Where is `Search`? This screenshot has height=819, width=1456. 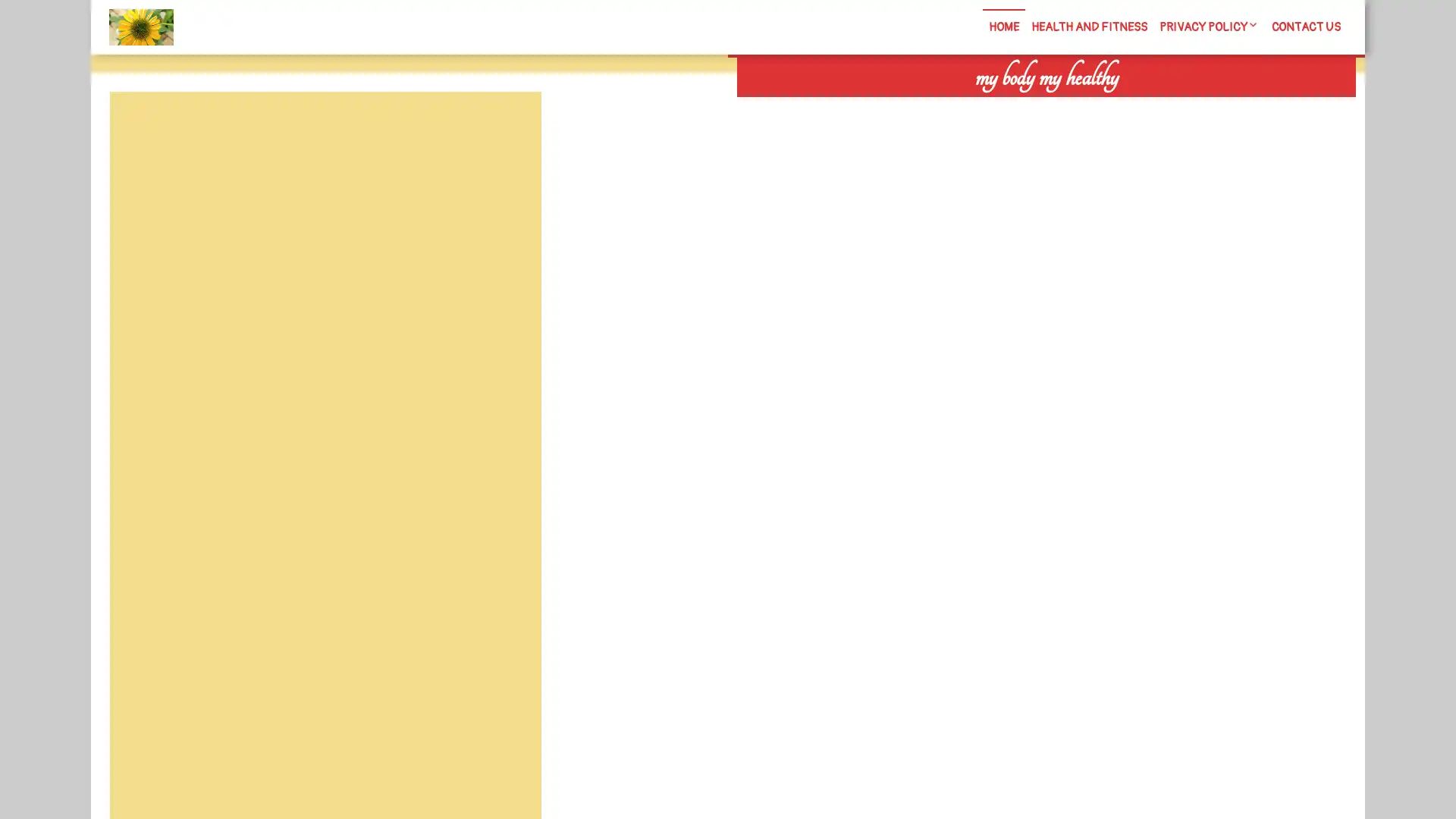
Search is located at coordinates (1181, 106).